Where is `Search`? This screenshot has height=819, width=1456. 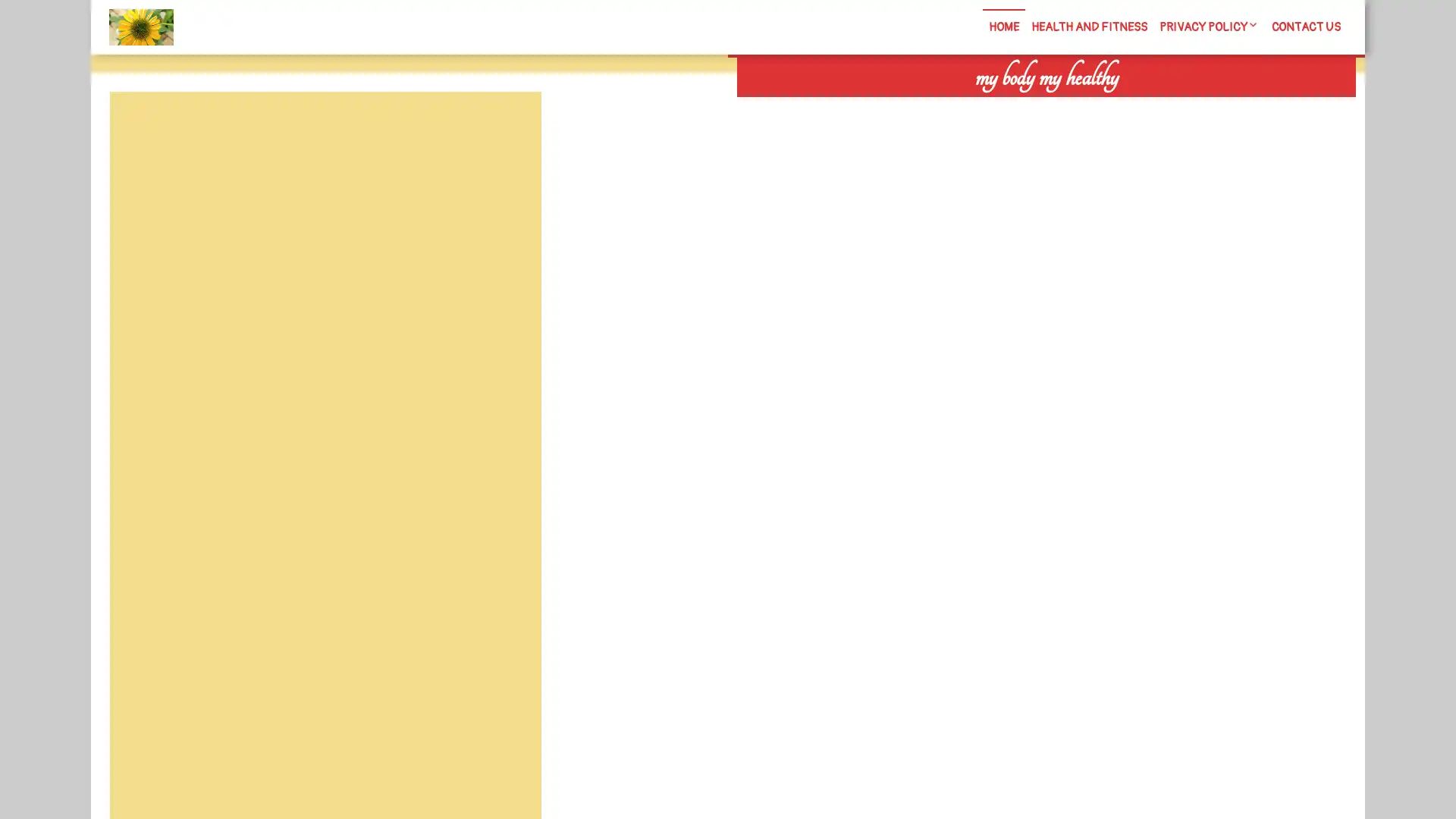
Search is located at coordinates (1181, 106).